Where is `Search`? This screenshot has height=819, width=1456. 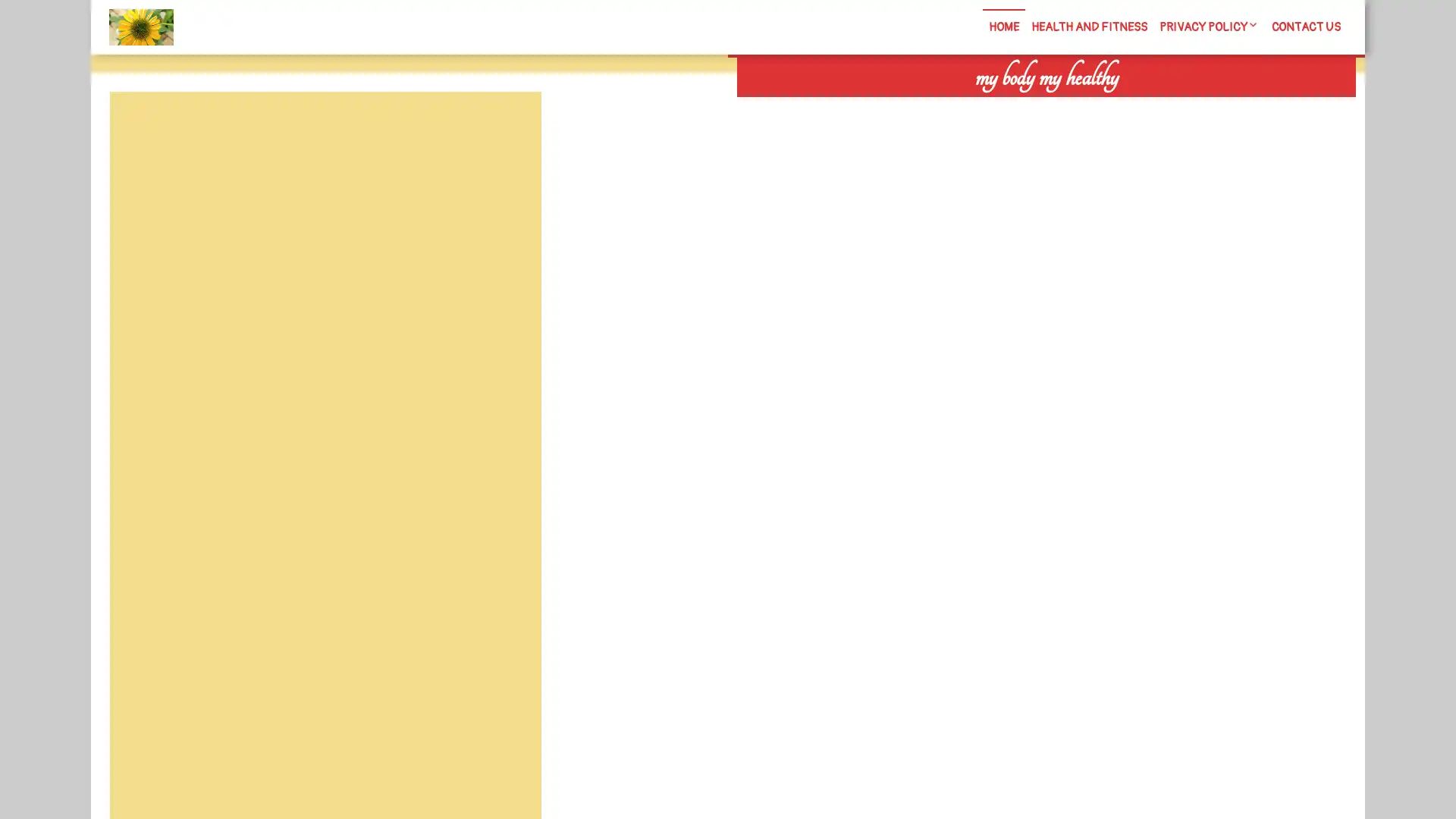
Search is located at coordinates (1181, 106).